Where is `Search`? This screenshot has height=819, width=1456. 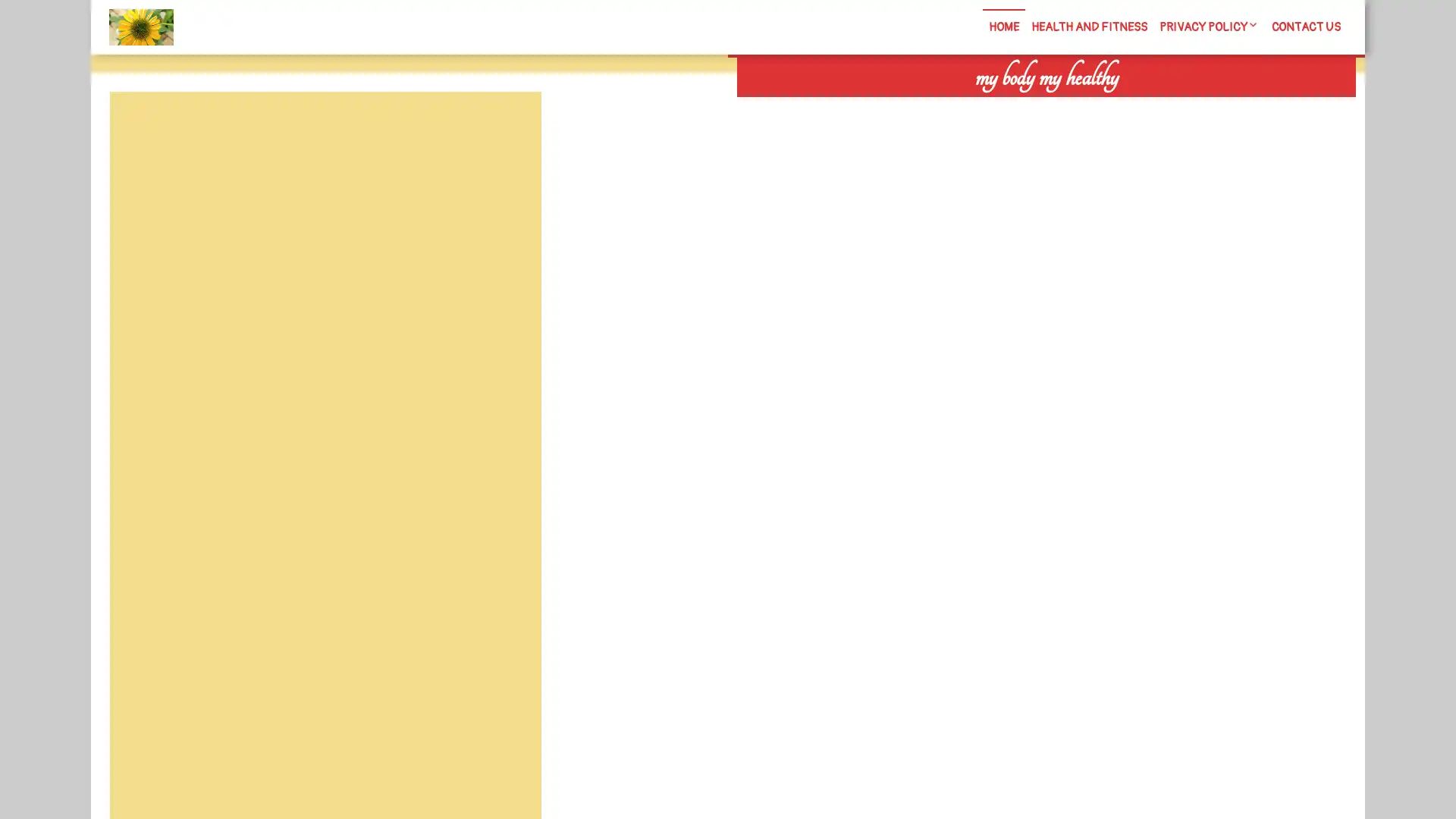
Search is located at coordinates (1181, 106).